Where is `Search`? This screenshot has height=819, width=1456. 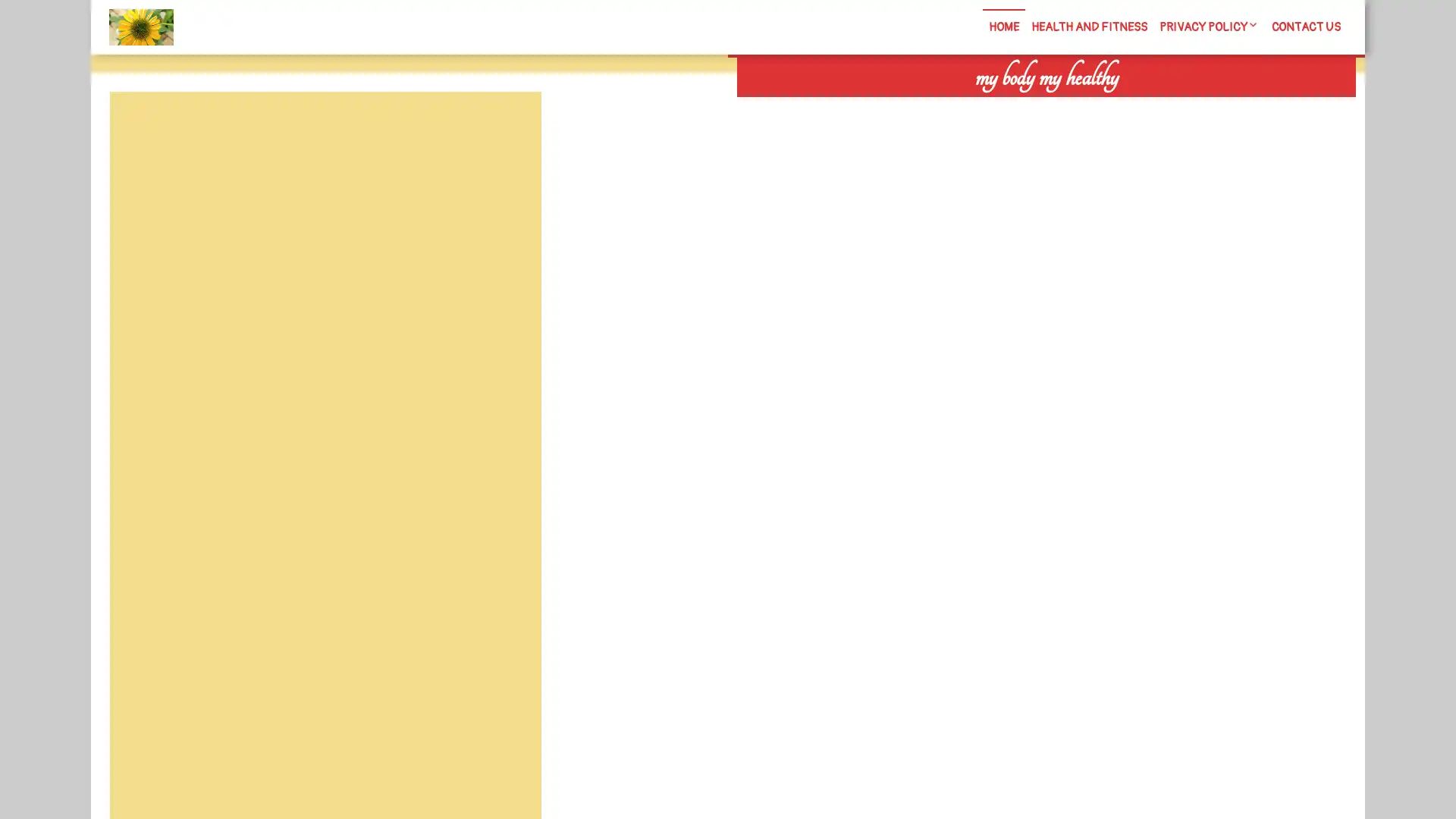
Search is located at coordinates (1181, 106).